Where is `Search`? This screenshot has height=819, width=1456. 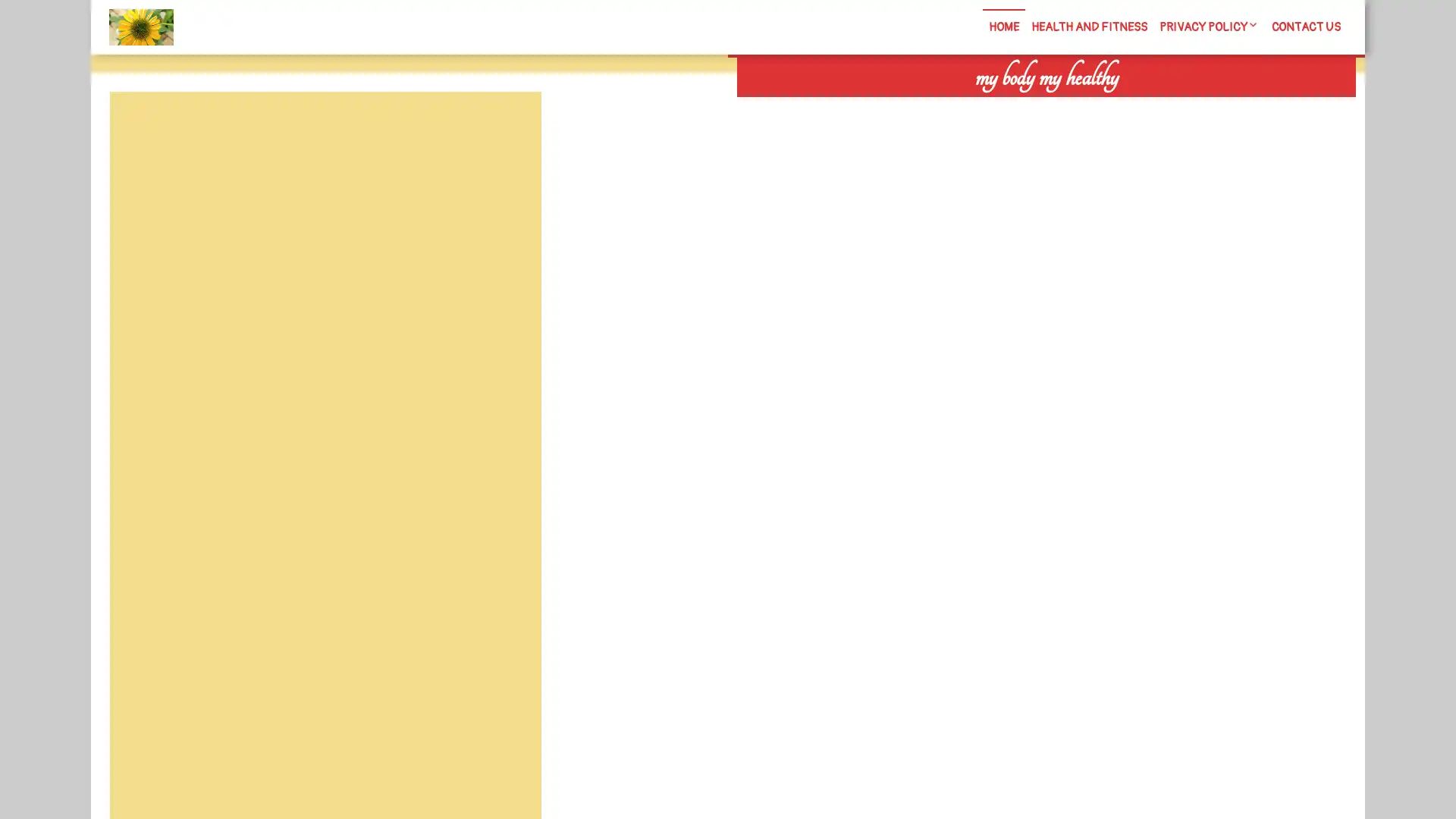
Search is located at coordinates (1181, 106).